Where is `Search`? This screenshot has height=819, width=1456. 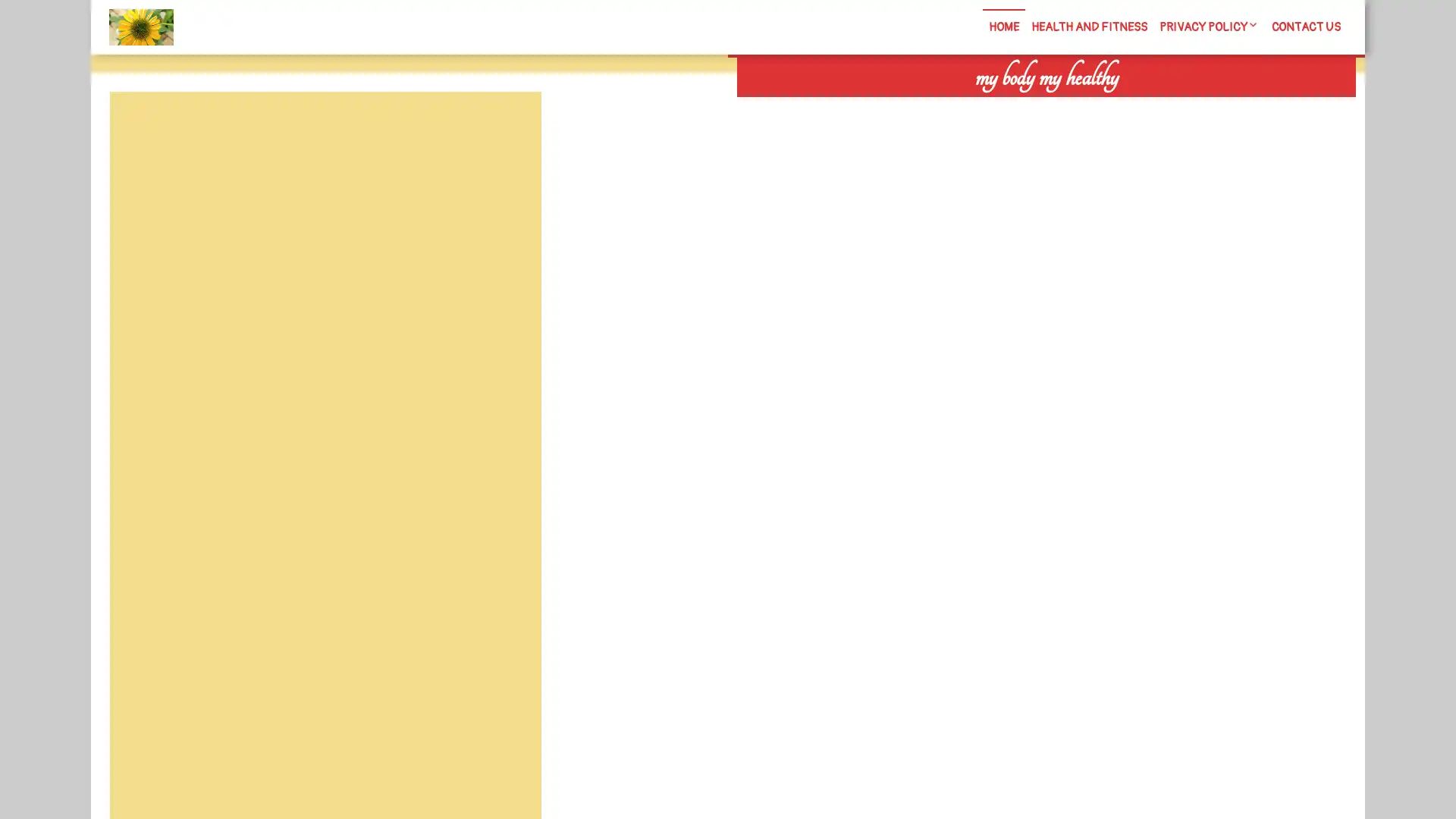
Search is located at coordinates (1181, 106).